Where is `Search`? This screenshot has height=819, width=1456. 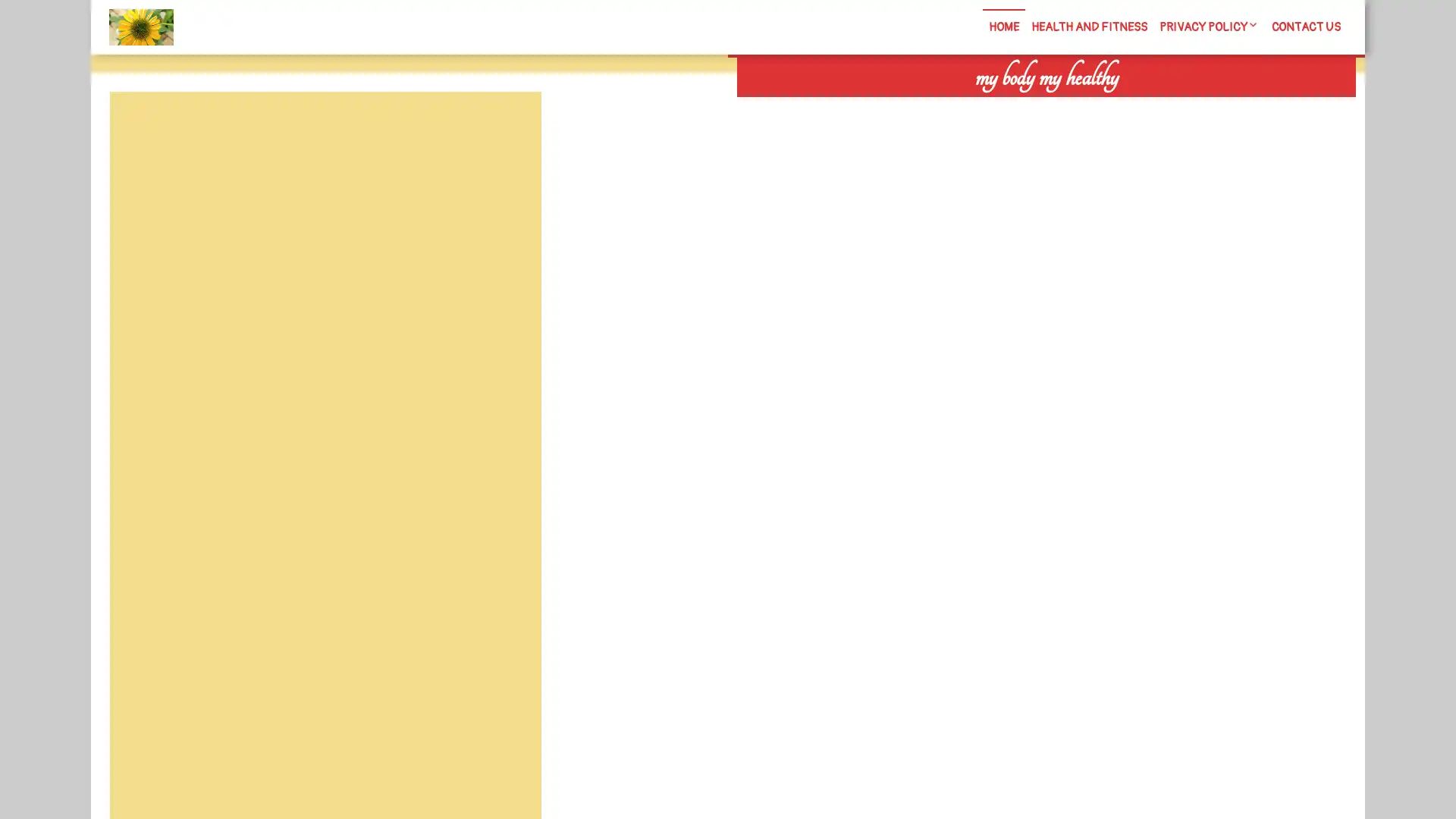
Search is located at coordinates (1181, 106).